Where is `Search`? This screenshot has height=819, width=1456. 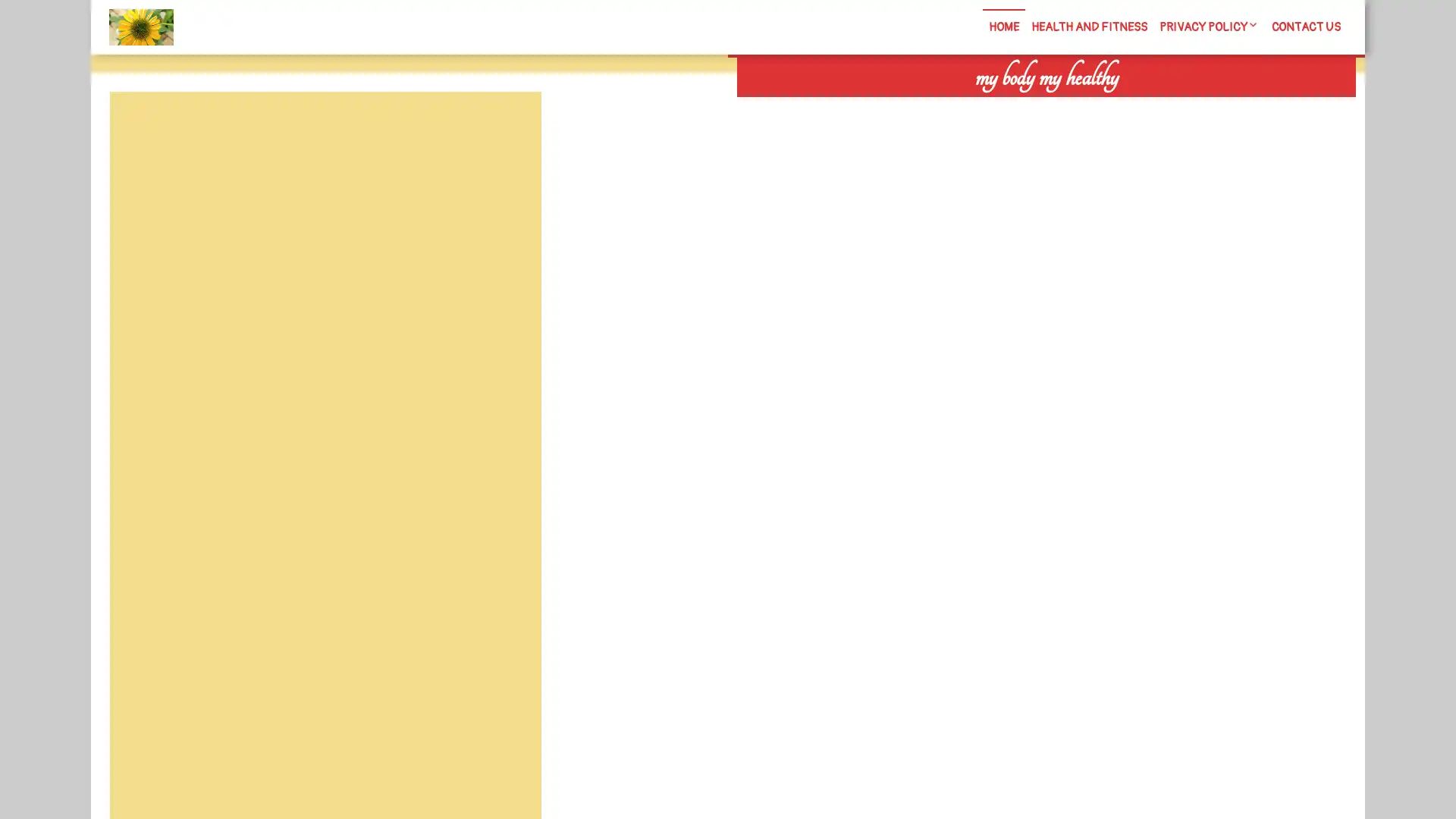
Search is located at coordinates (1181, 106).